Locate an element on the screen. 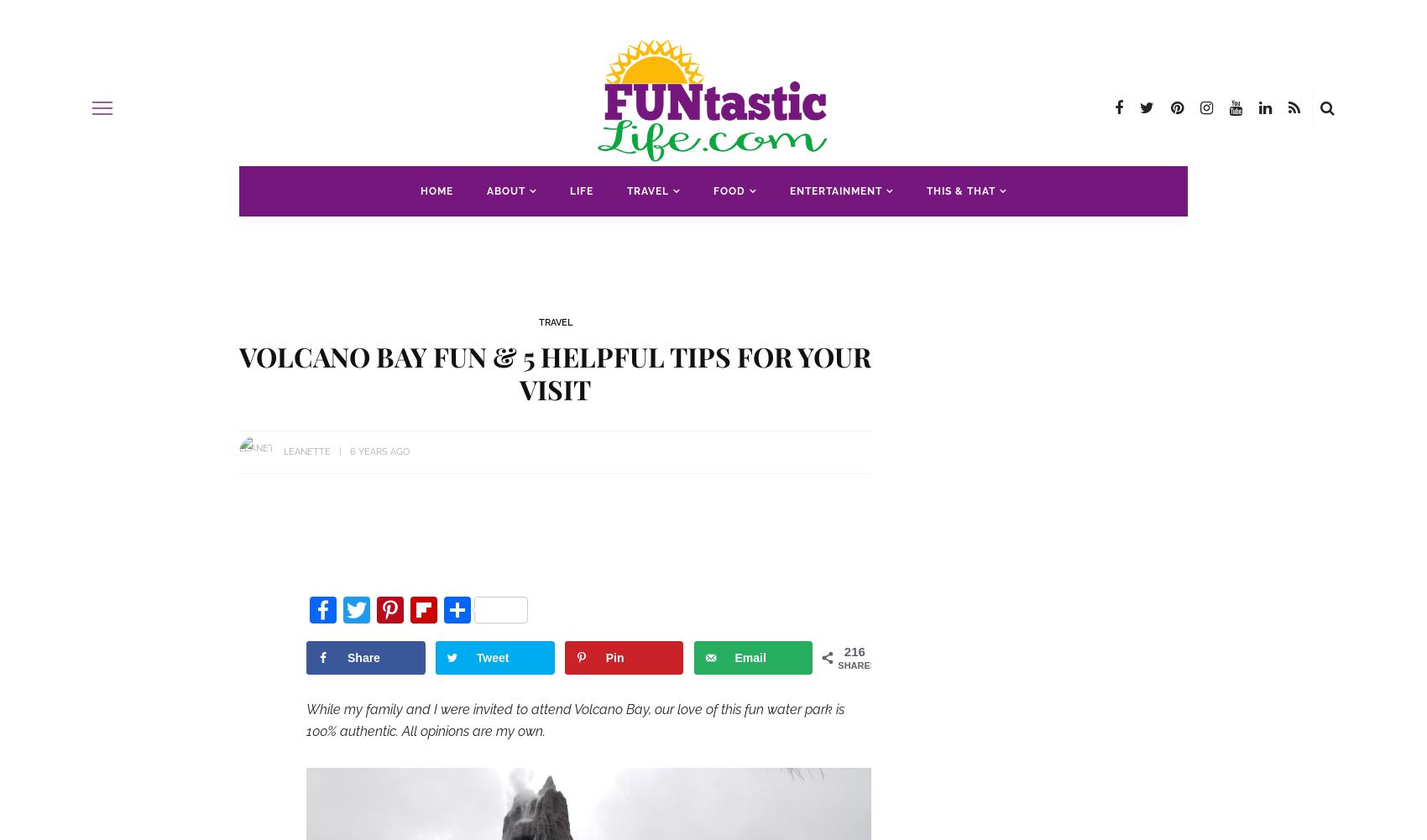  'Saving Money' is located at coordinates (1108, 303).